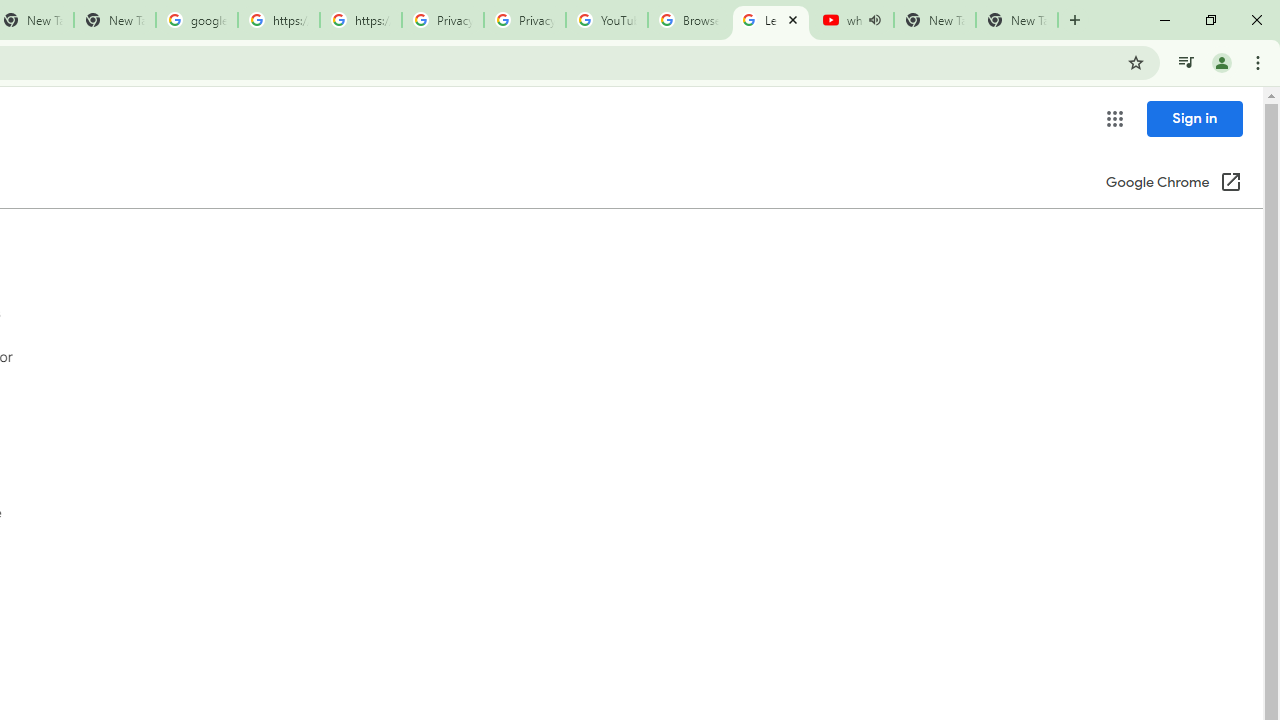 Image resolution: width=1280 pixels, height=720 pixels. I want to click on 'New Tab', so click(1016, 20).